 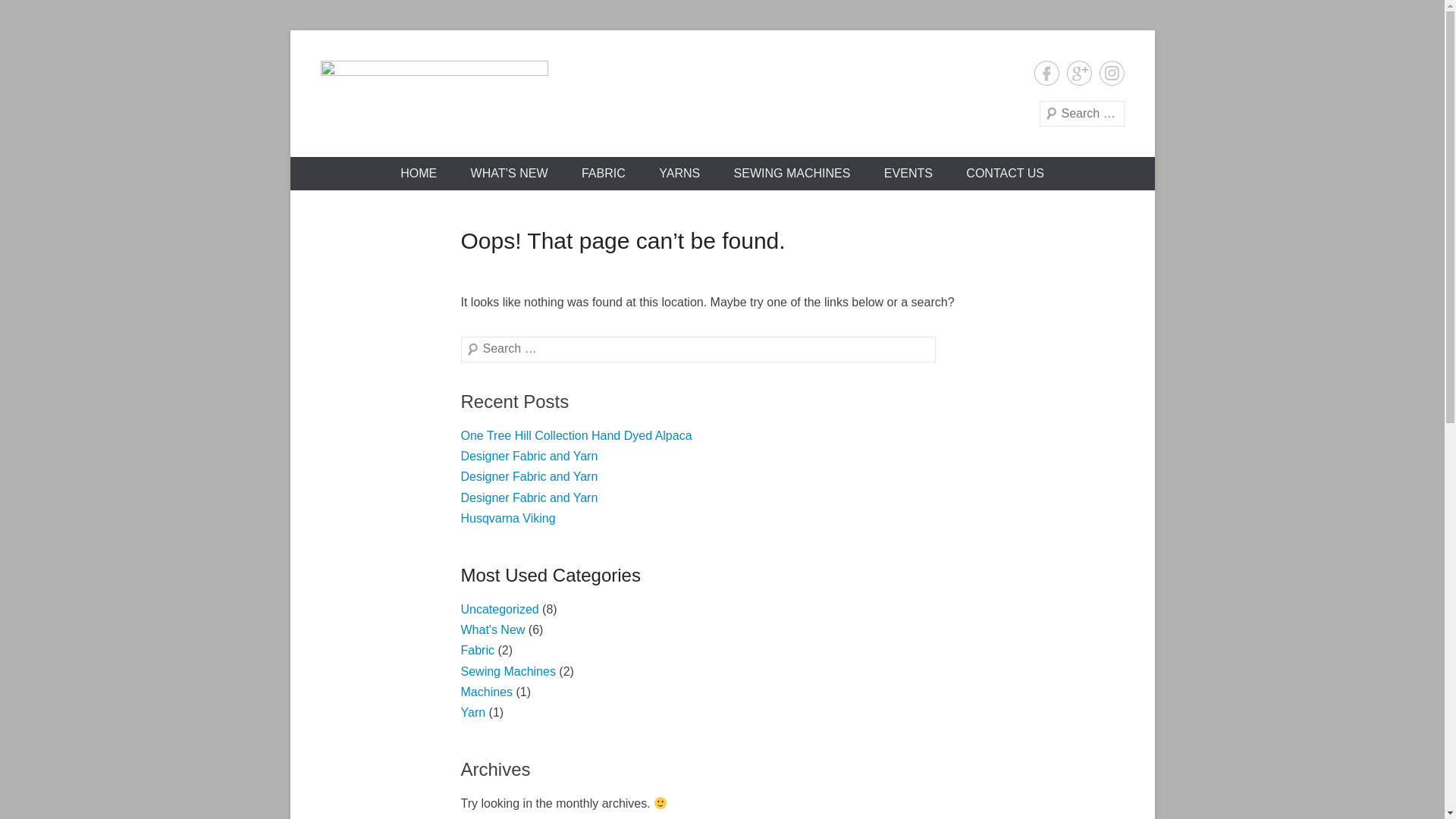 What do you see at coordinates (493, 629) in the screenshot?
I see `'What's New'` at bounding box center [493, 629].